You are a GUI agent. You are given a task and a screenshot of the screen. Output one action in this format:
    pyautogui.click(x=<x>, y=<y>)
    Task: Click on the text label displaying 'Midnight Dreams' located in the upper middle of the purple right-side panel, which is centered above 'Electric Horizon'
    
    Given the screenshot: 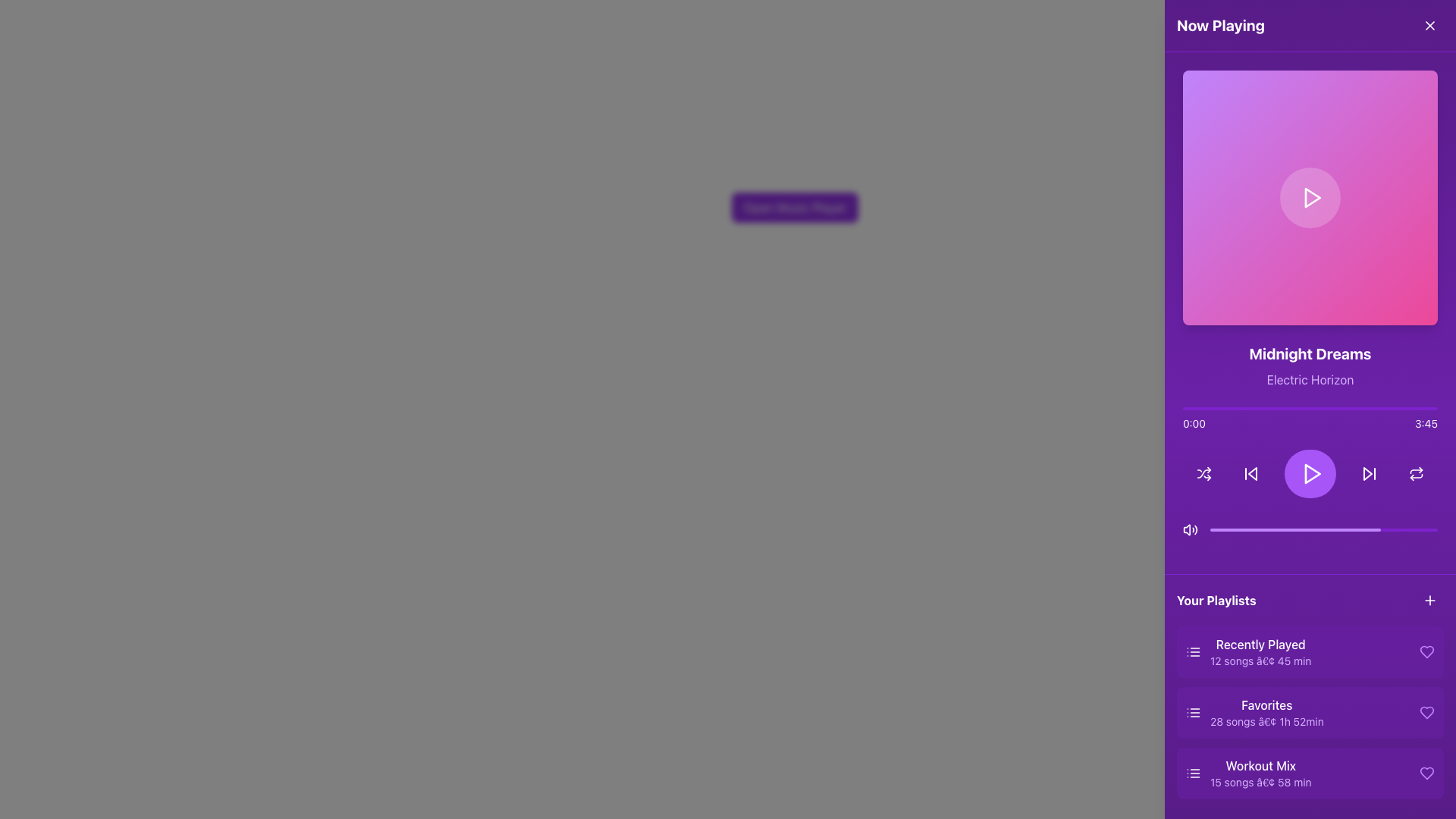 What is the action you would take?
    pyautogui.click(x=1310, y=353)
    